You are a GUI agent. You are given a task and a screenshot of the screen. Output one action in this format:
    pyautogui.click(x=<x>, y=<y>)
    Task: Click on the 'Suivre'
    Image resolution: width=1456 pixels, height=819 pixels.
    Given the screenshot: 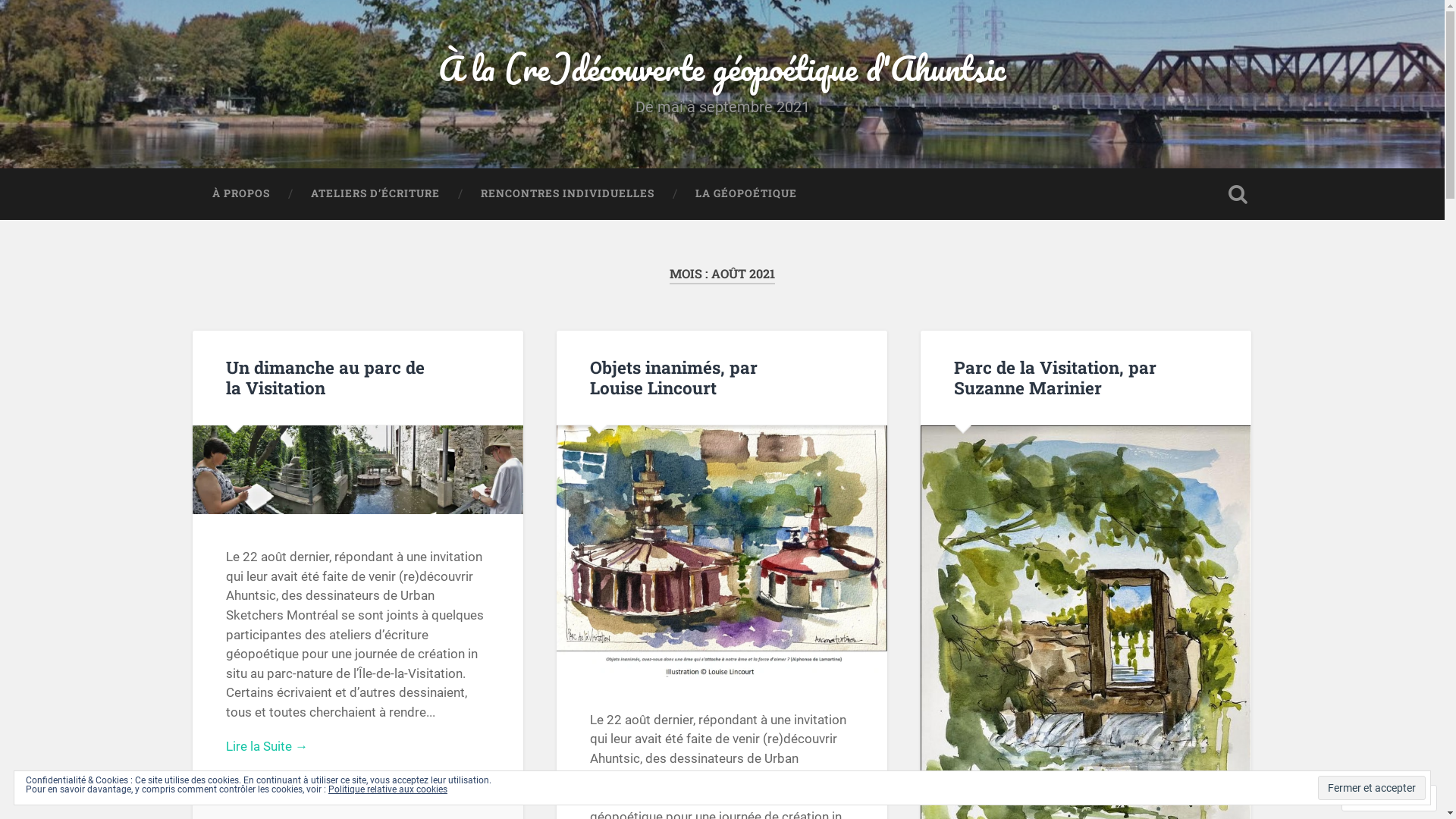 What is the action you would take?
    pyautogui.click(x=1375, y=797)
    